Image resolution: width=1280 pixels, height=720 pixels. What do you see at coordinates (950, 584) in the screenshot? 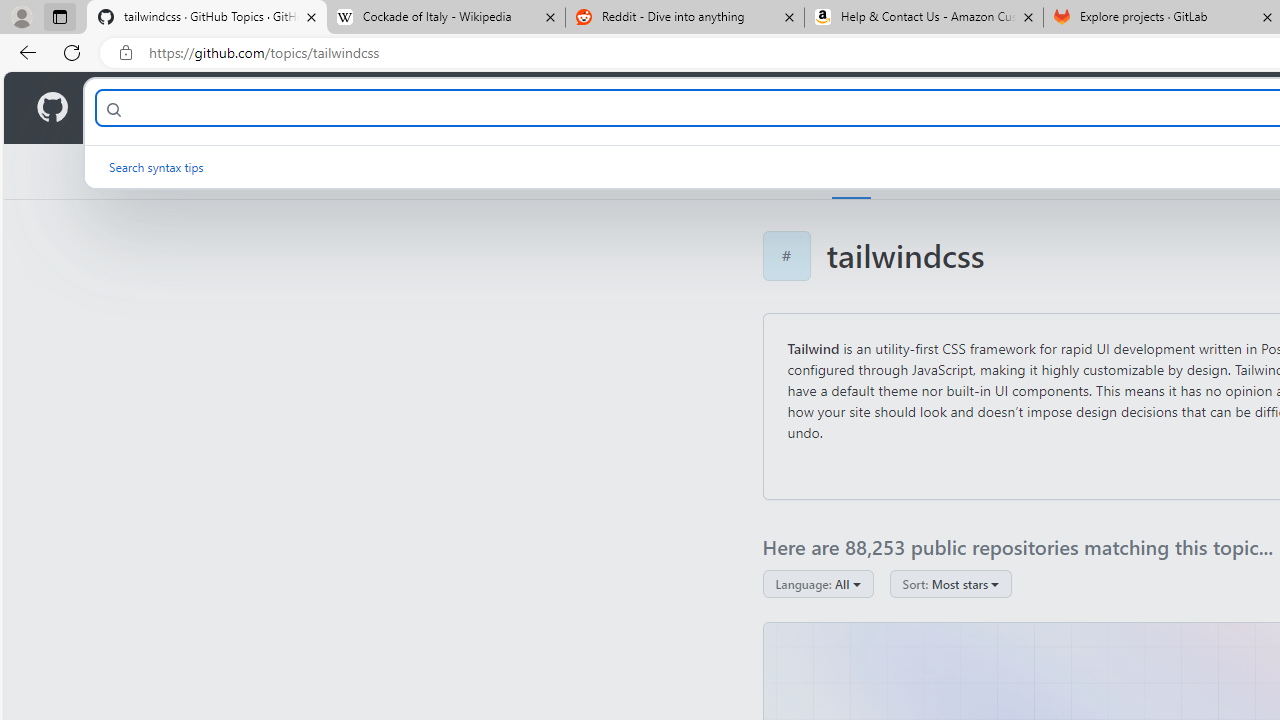
I see `'Sort: Most stars'` at bounding box center [950, 584].